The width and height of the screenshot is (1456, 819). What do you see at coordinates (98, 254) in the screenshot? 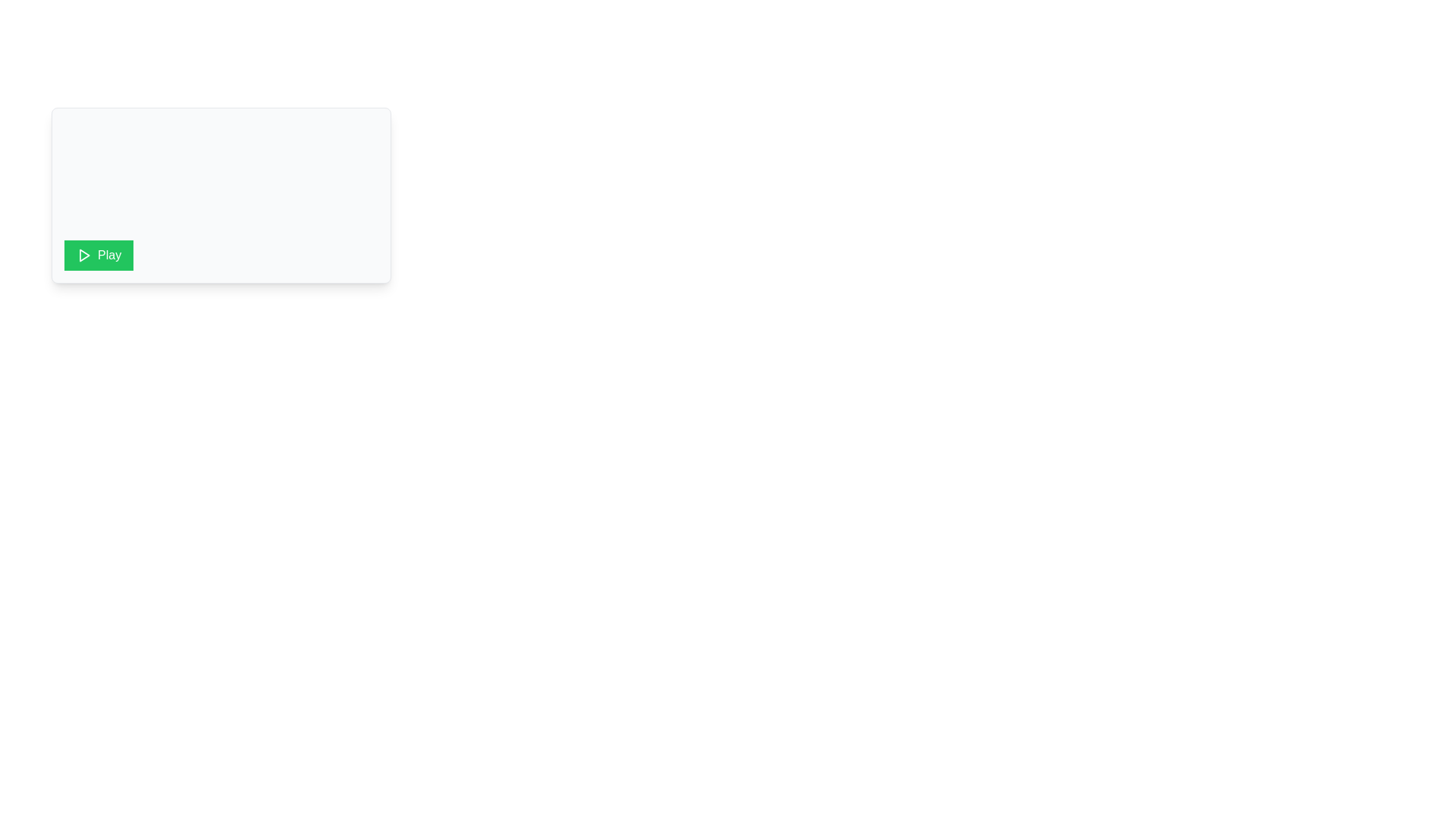
I see `the vibrant green 'Play' button with a white triangular icon` at bounding box center [98, 254].